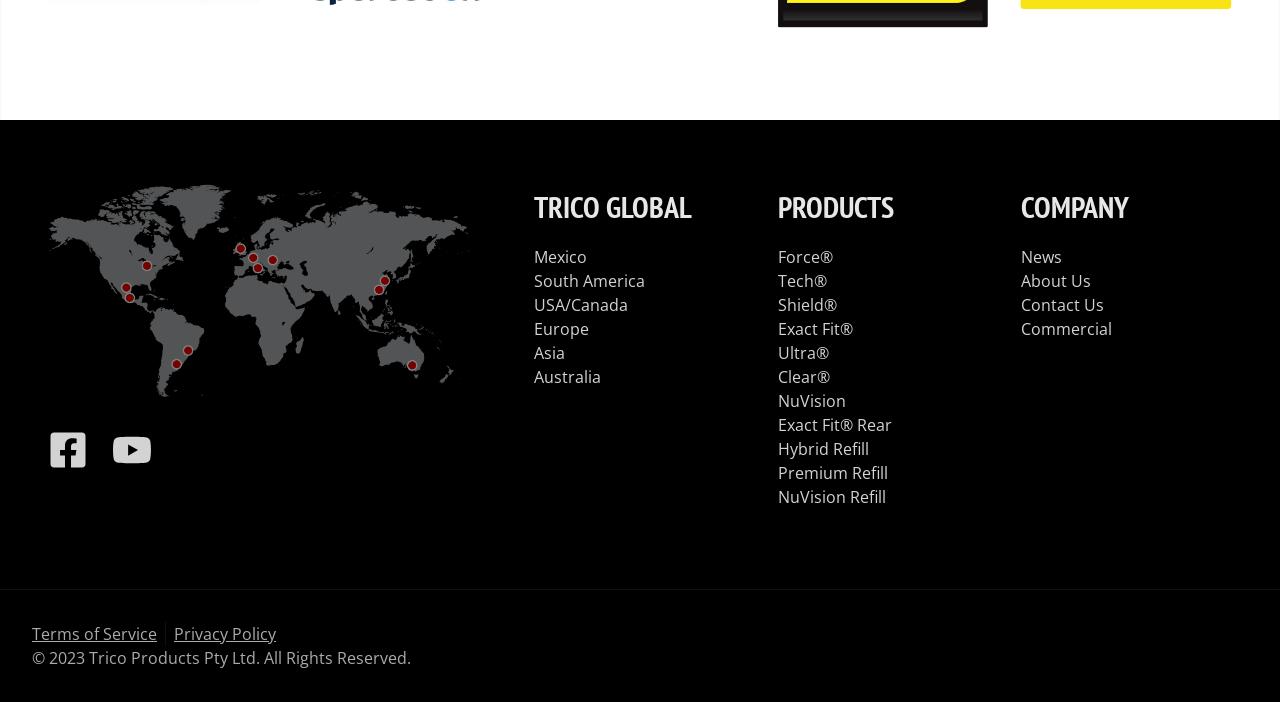 This screenshot has height=702, width=1280. Describe the element at coordinates (1020, 327) in the screenshot. I see `'Commercial'` at that location.